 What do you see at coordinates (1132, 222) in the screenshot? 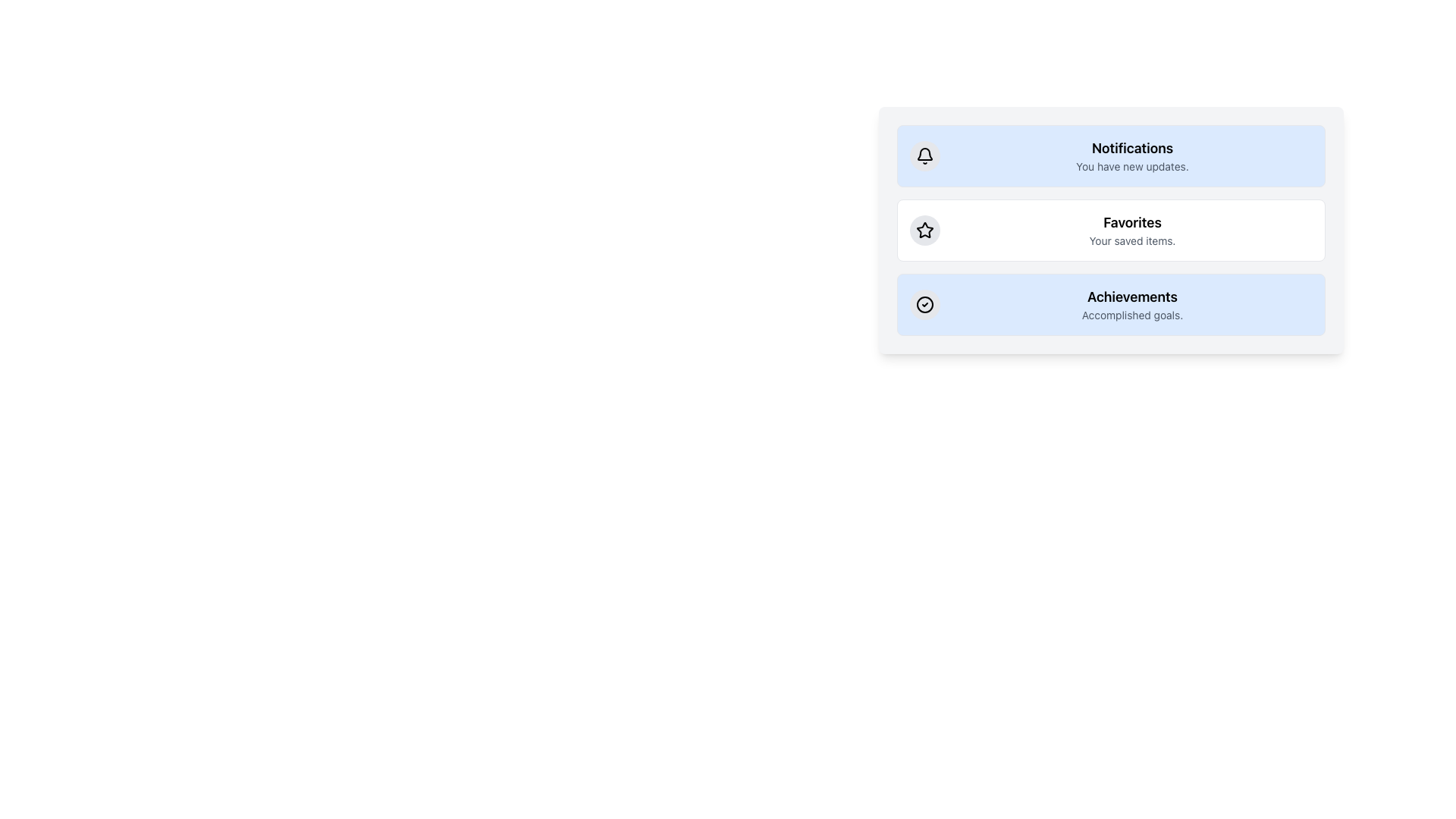
I see `the 'Favorites' text label, which is prominently displayed in a larger font size and styled in bold, serving as a heading above the text 'Your saved items.'` at bounding box center [1132, 222].